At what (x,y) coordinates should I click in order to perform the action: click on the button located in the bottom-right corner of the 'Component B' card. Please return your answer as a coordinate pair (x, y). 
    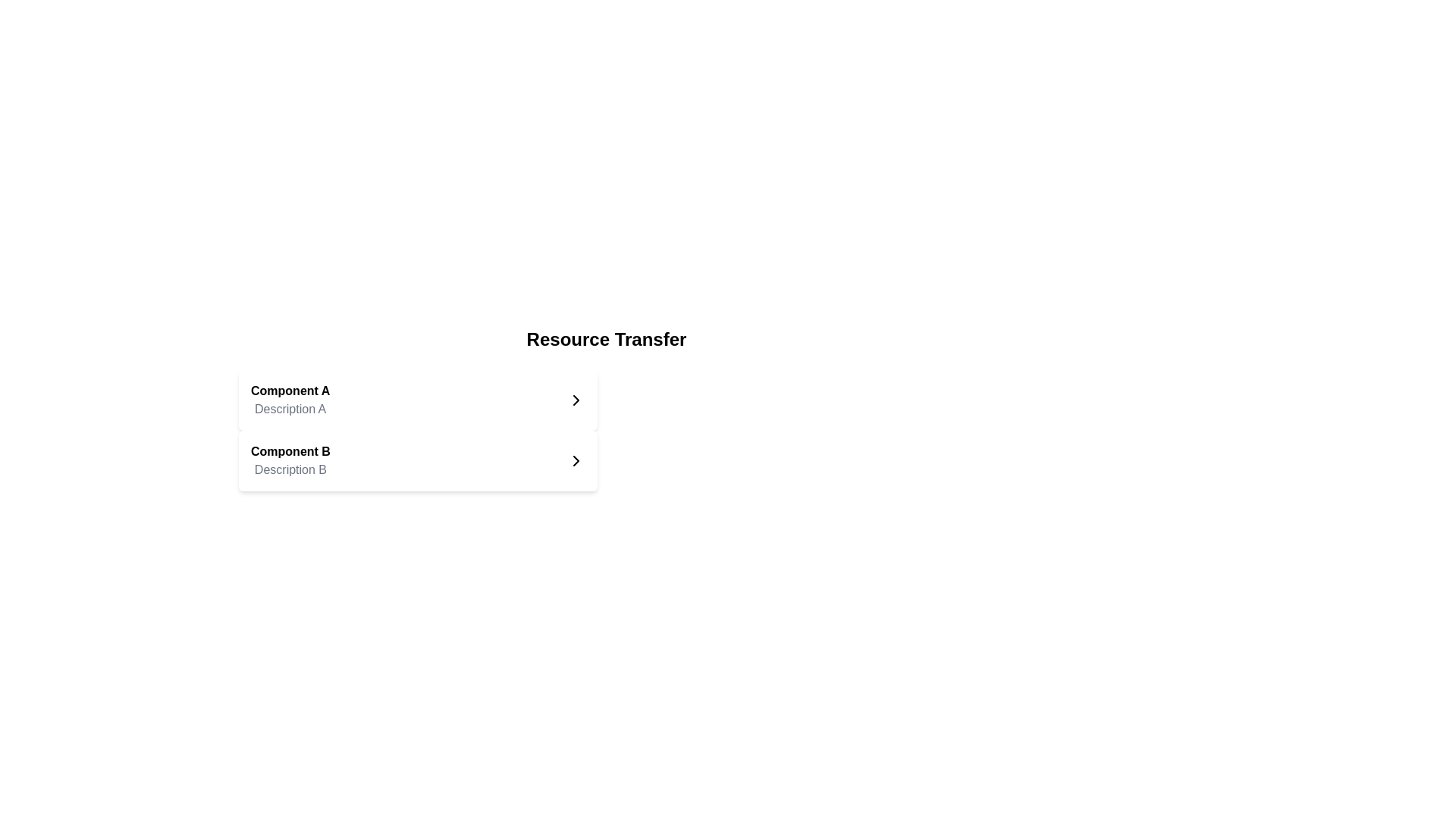
    Looking at the image, I should click on (575, 460).